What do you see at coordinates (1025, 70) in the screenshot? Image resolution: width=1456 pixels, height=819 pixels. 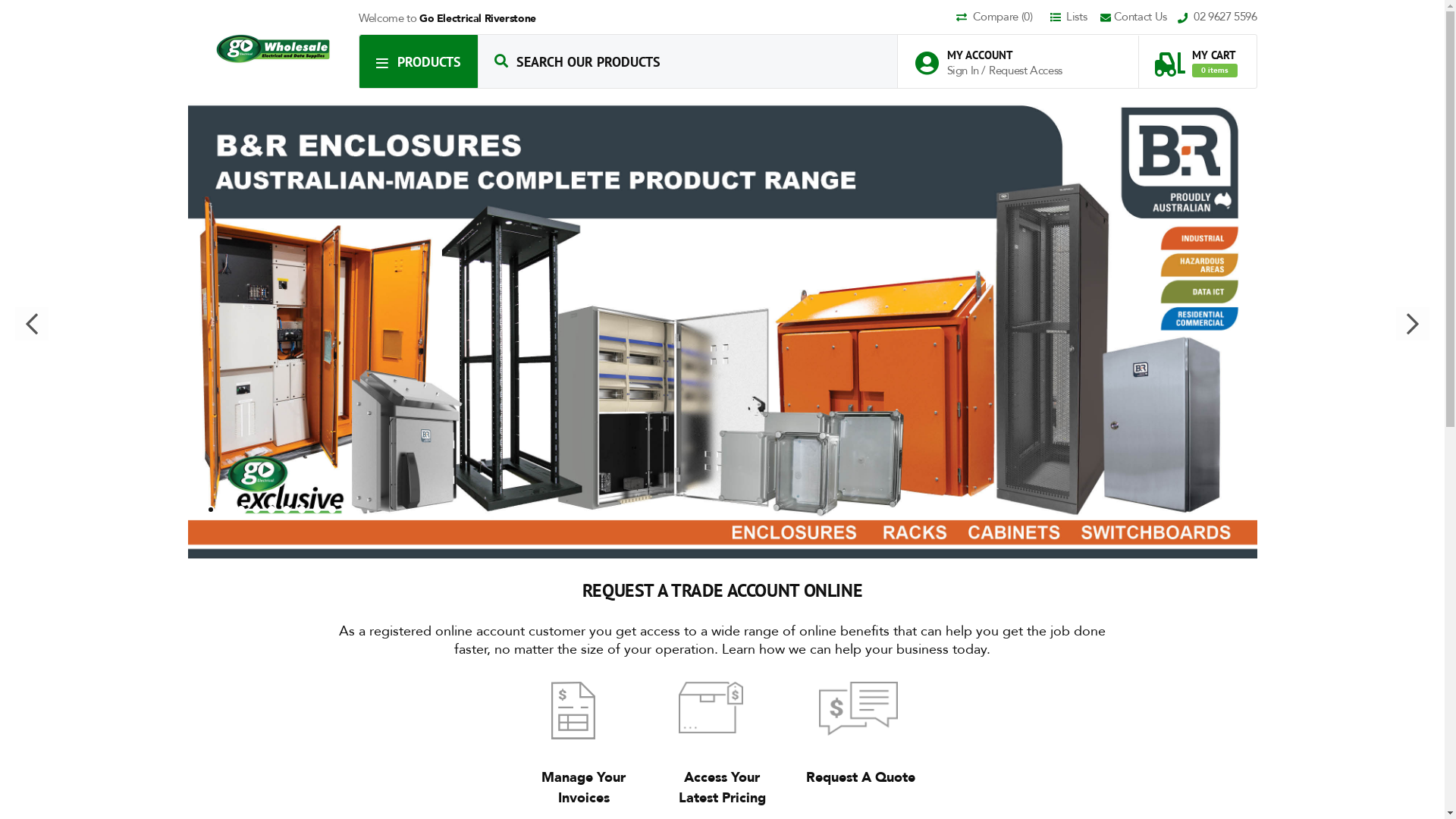 I see `'Request Access'` at bounding box center [1025, 70].